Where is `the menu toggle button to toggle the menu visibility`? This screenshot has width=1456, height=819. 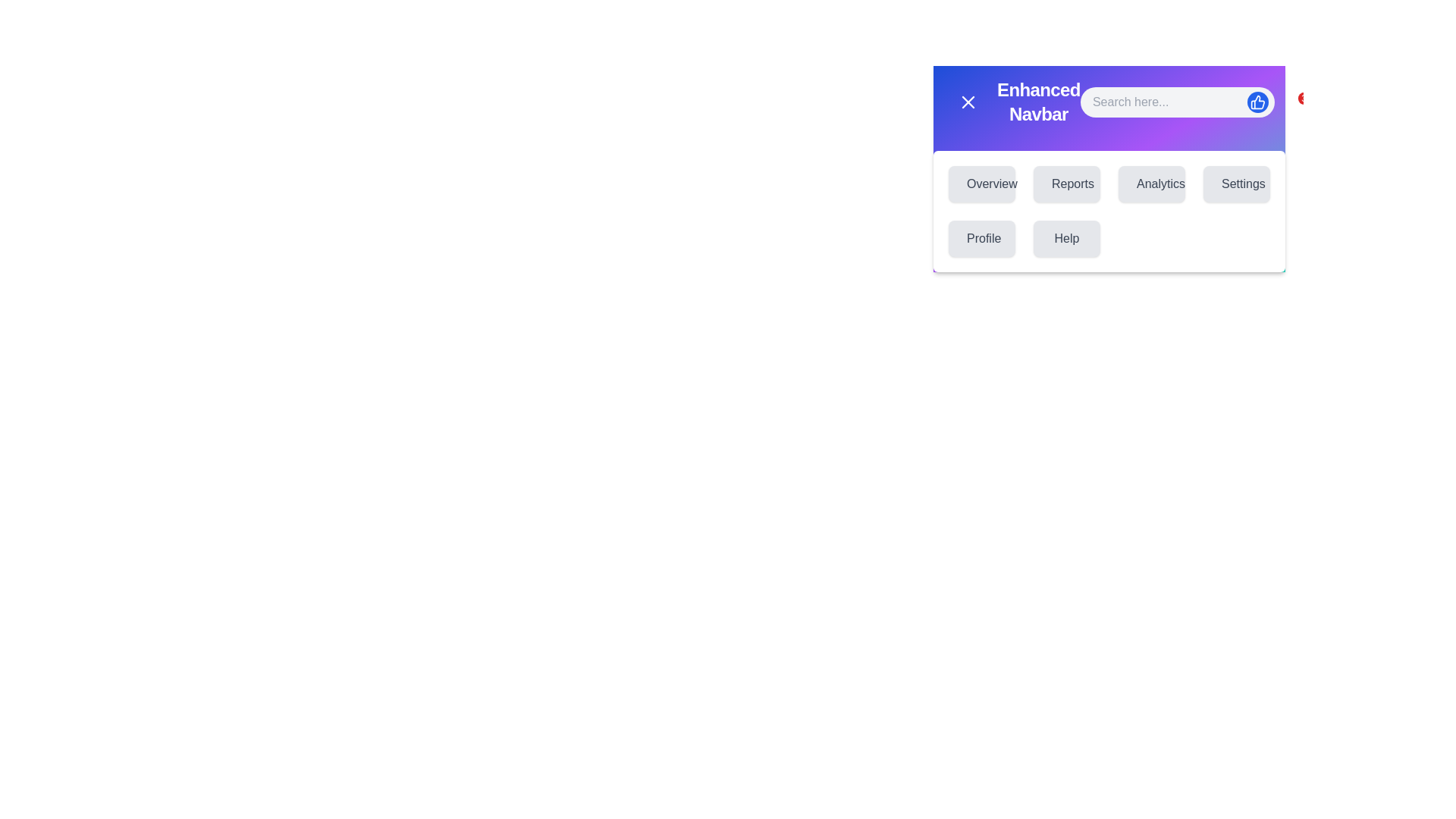
the menu toggle button to toggle the menu visibility is located at coordinates (967, 102).